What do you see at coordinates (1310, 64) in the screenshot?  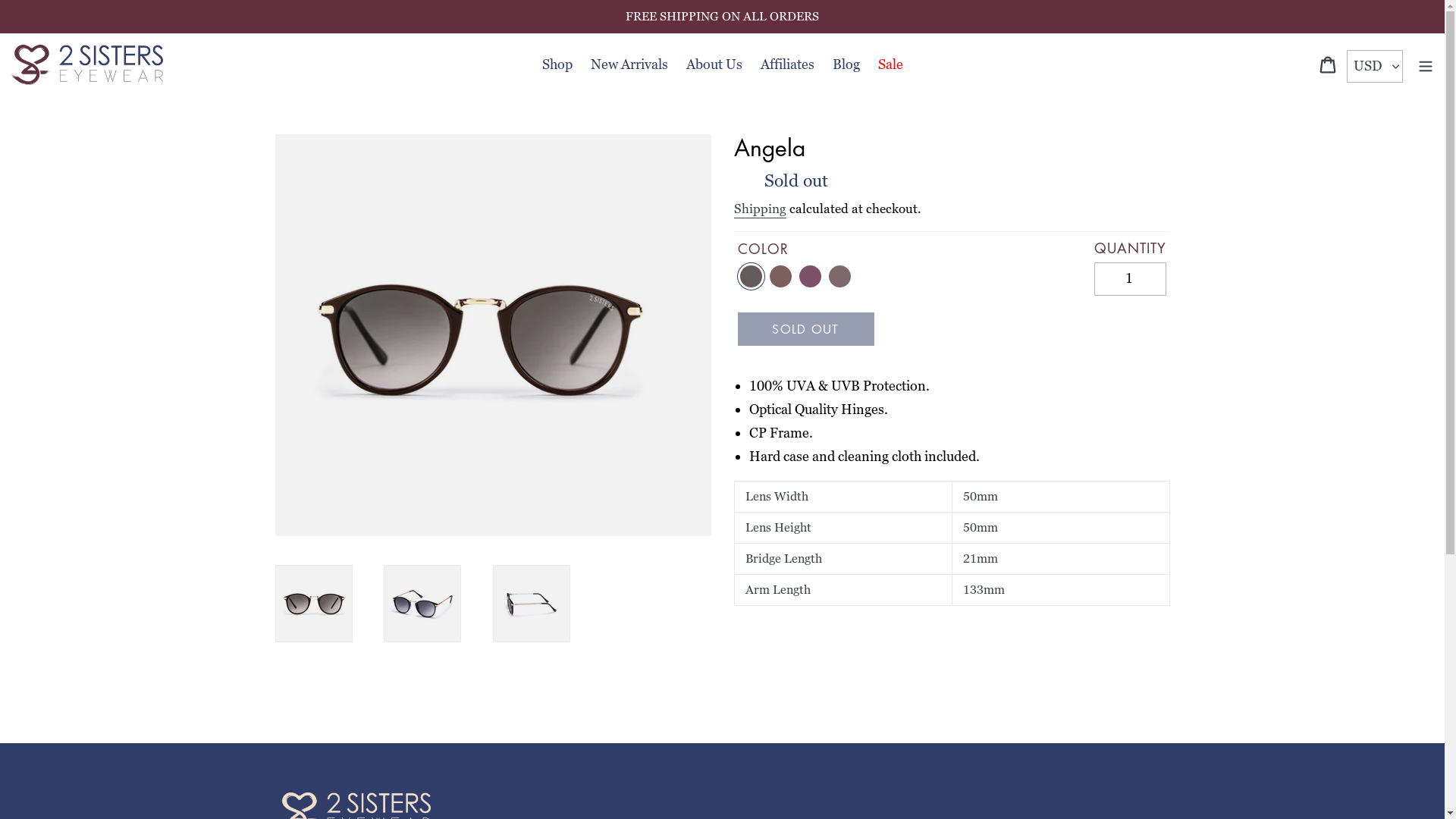 I see `'Cart'` at bounding box center [1310, 64].